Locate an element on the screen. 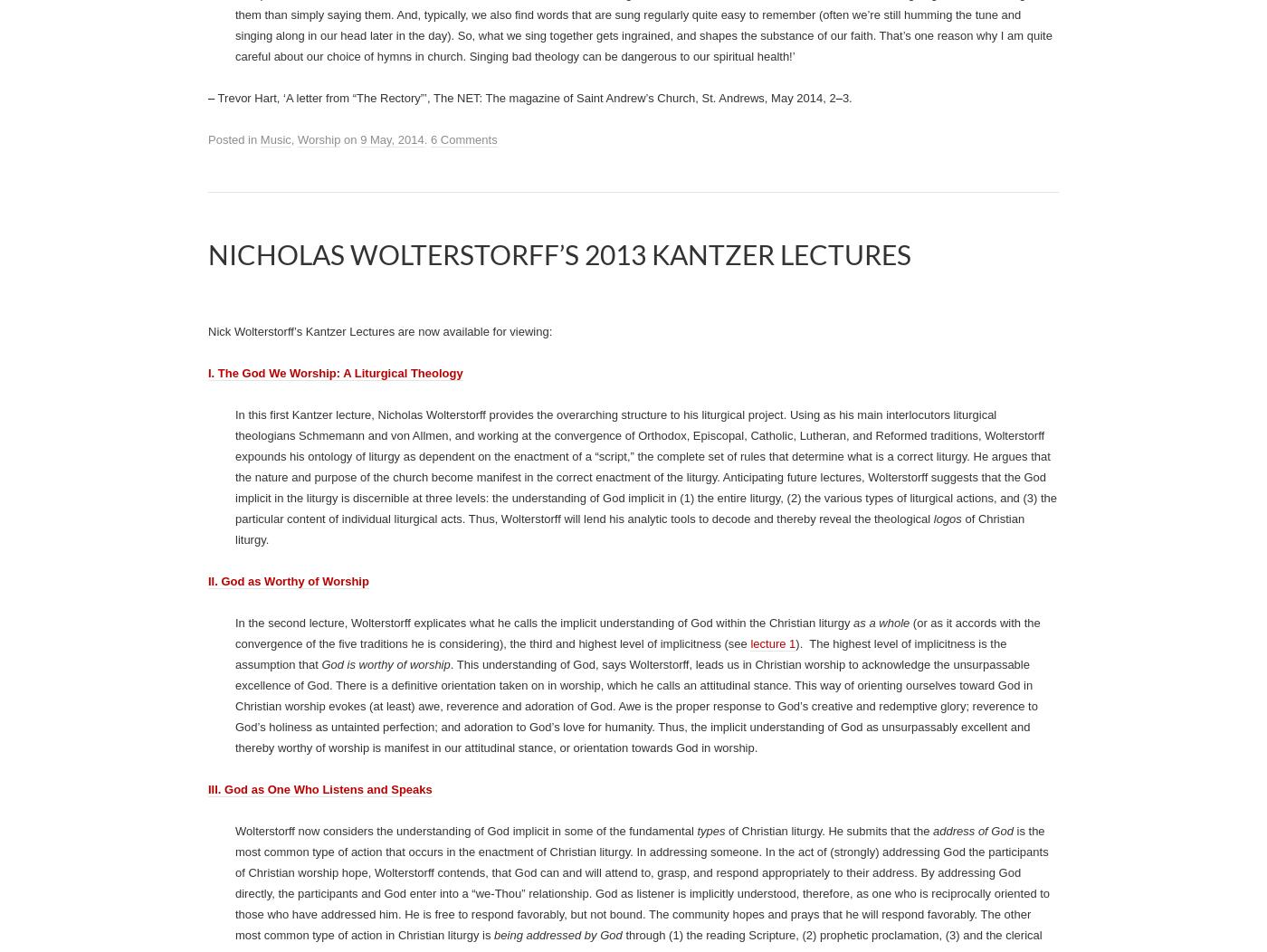  '3.' is located at coordinates (845, 384).